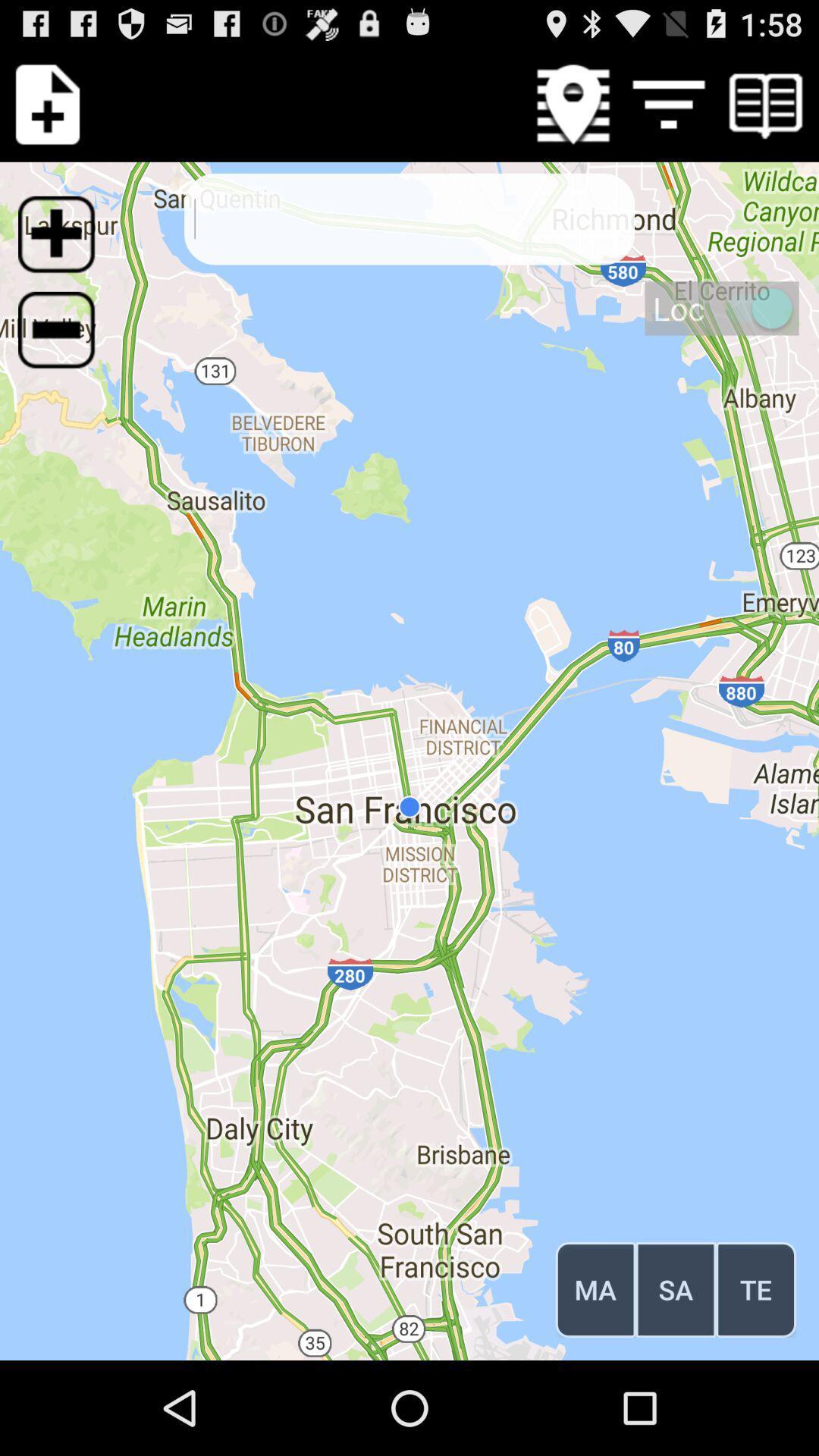 The height and width of the screenshot is (1456, 819). I want to click on button to the left of sa icon, so click(595, 1288).